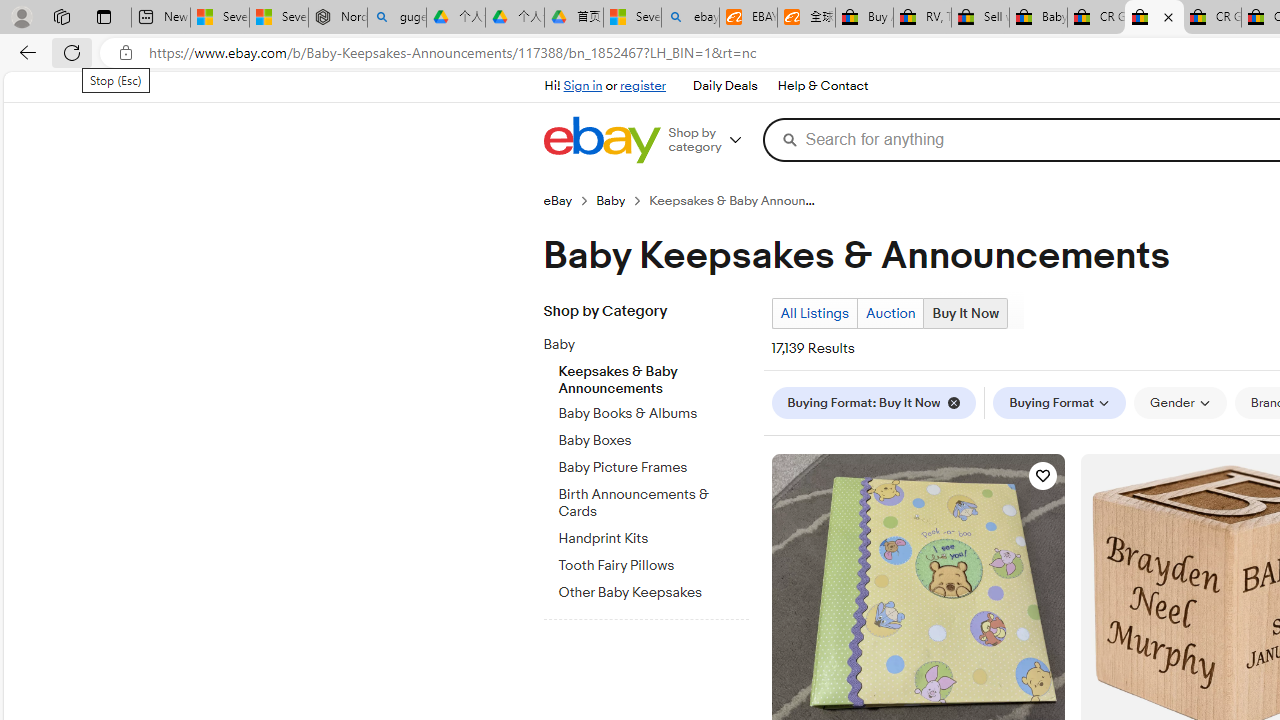 The width and height of the screenshot is (1280, 720). What do you see at coordinates (724, 86) in the screenshot?
I see `'Daily Deals'` at bounding box center [724, 86].